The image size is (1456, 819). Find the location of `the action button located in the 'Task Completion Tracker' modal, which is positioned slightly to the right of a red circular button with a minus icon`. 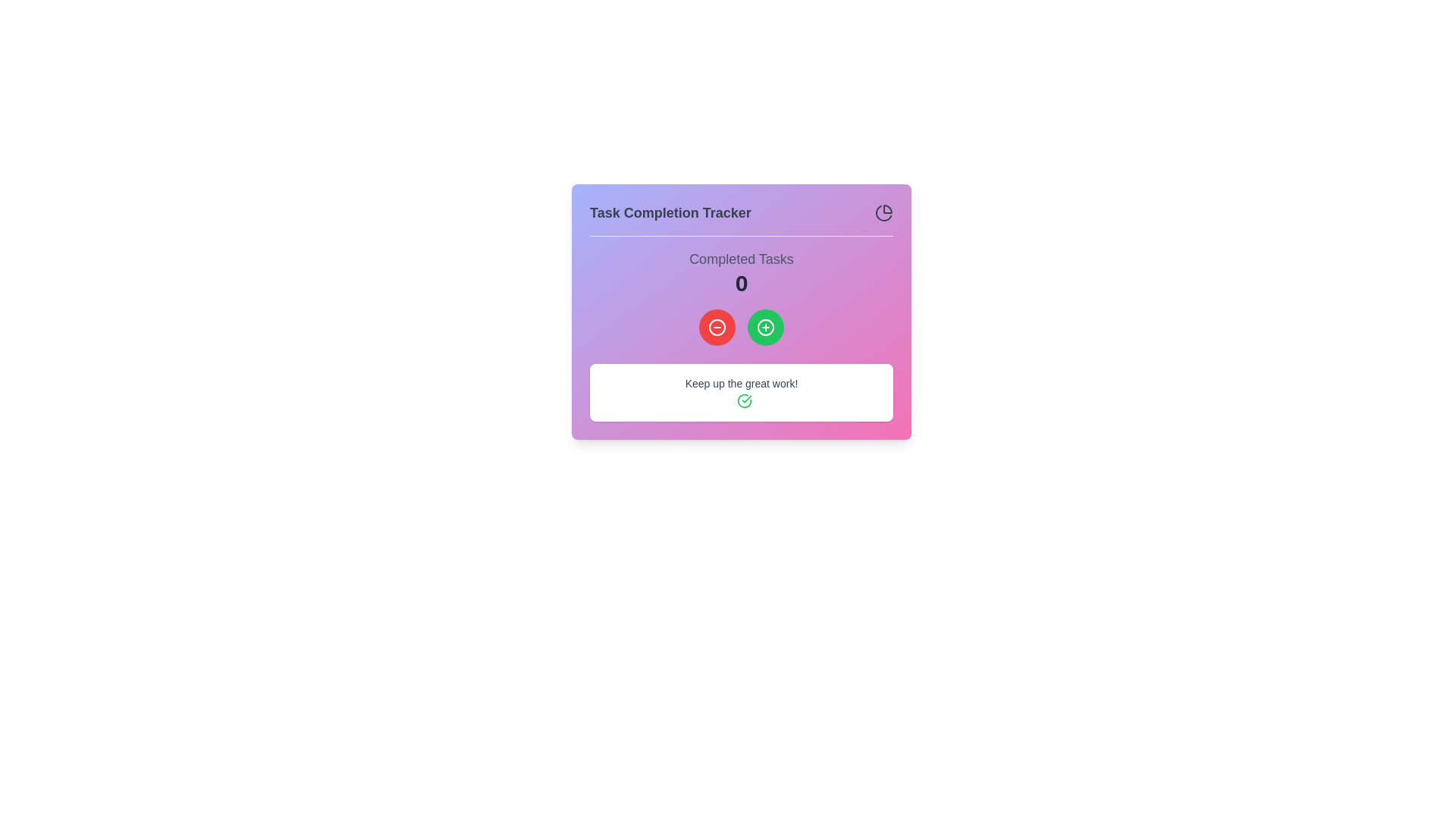

the action button located in the 'Task Completion Tracker' modal, which is positioned slightly to the right of a red circular button with a minus icon is located at coordinates (765, 327).